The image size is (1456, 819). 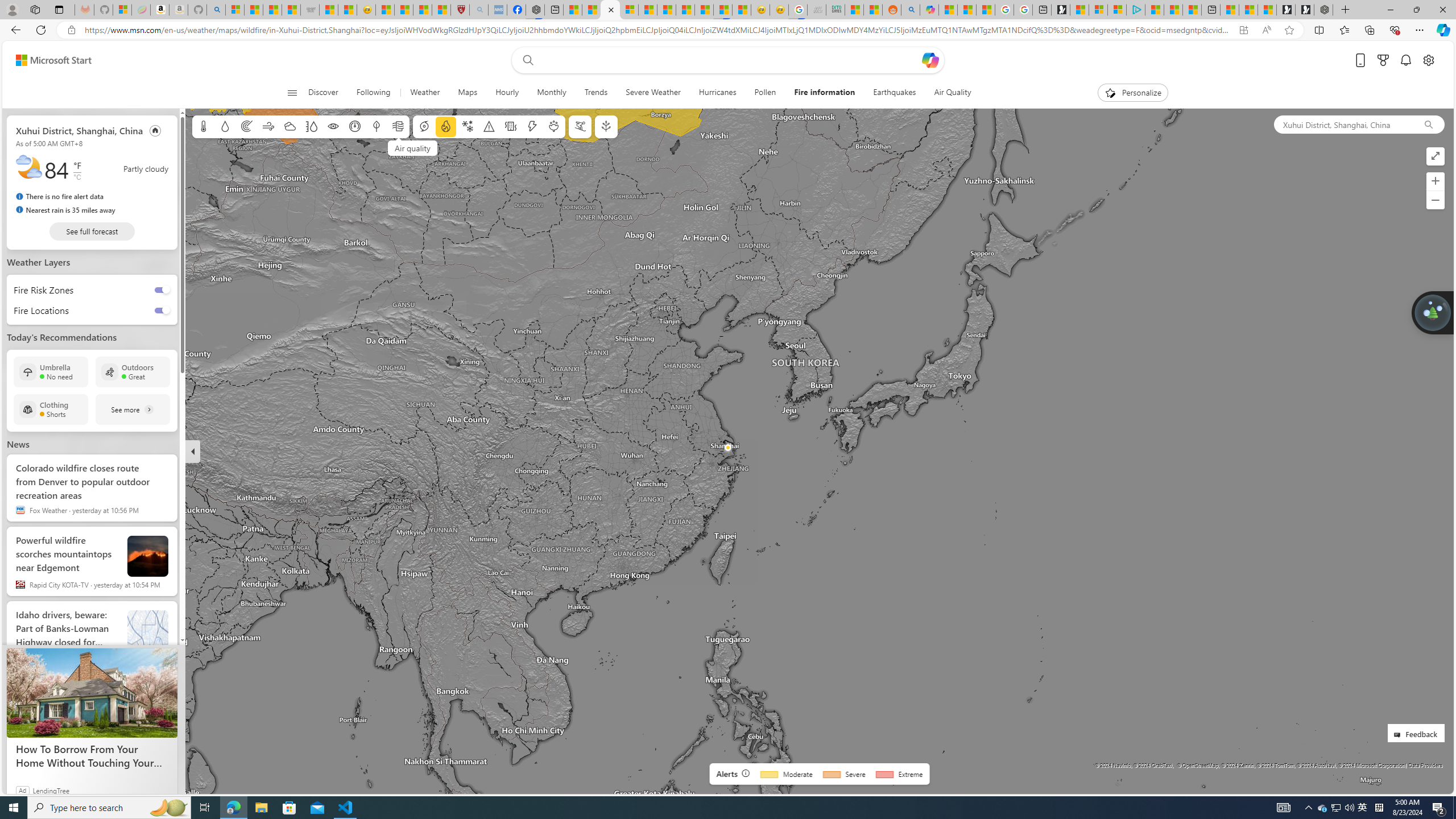 What do you see at coordinates (225, 126) in the screenshot?
I see `'Precipitation'` at bounding box center [225, 126].